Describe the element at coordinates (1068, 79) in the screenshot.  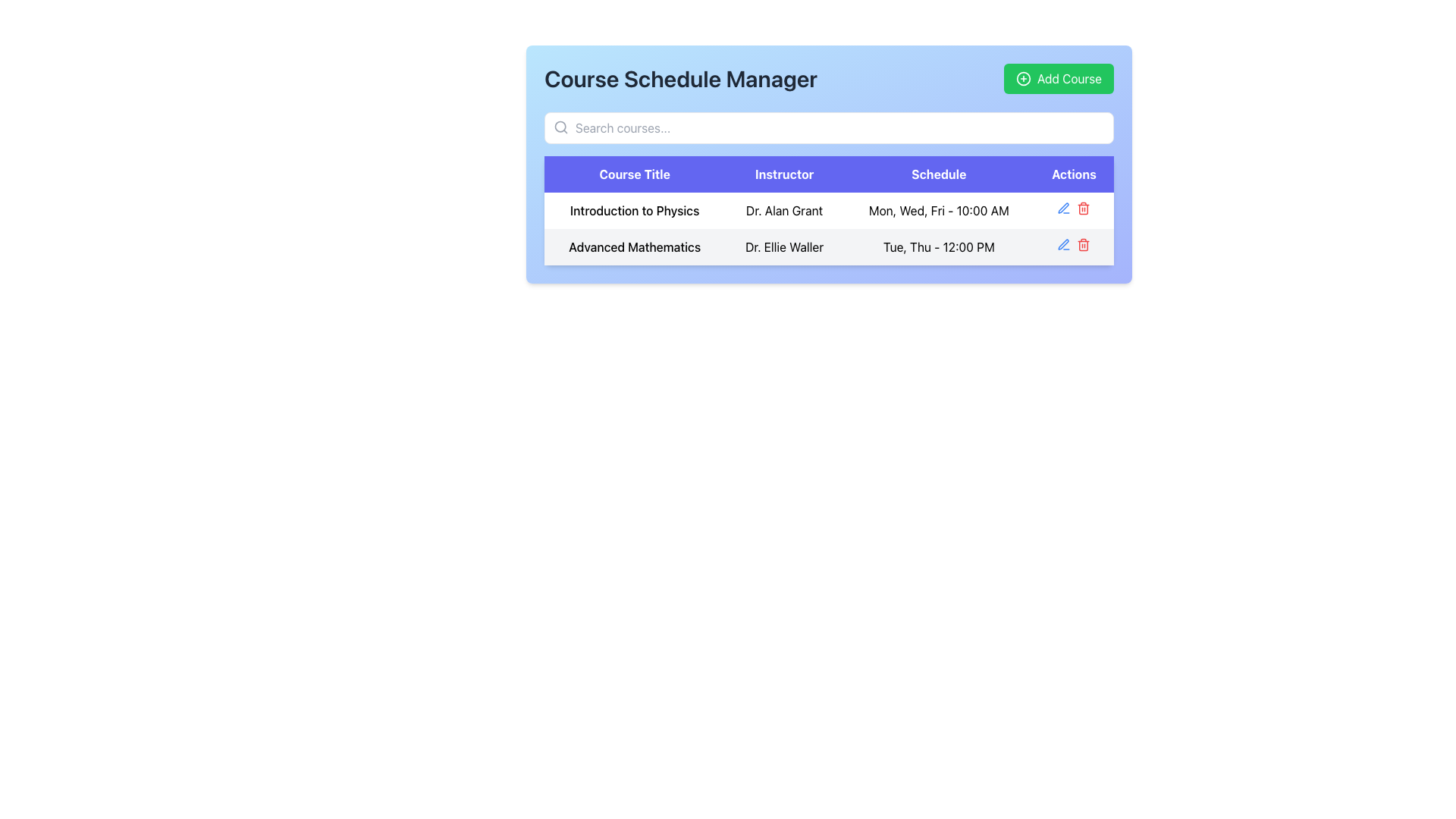
I see `the 'Add Course' text label, which is displayed in white within a green rectangular button with rounded corners` at that location.